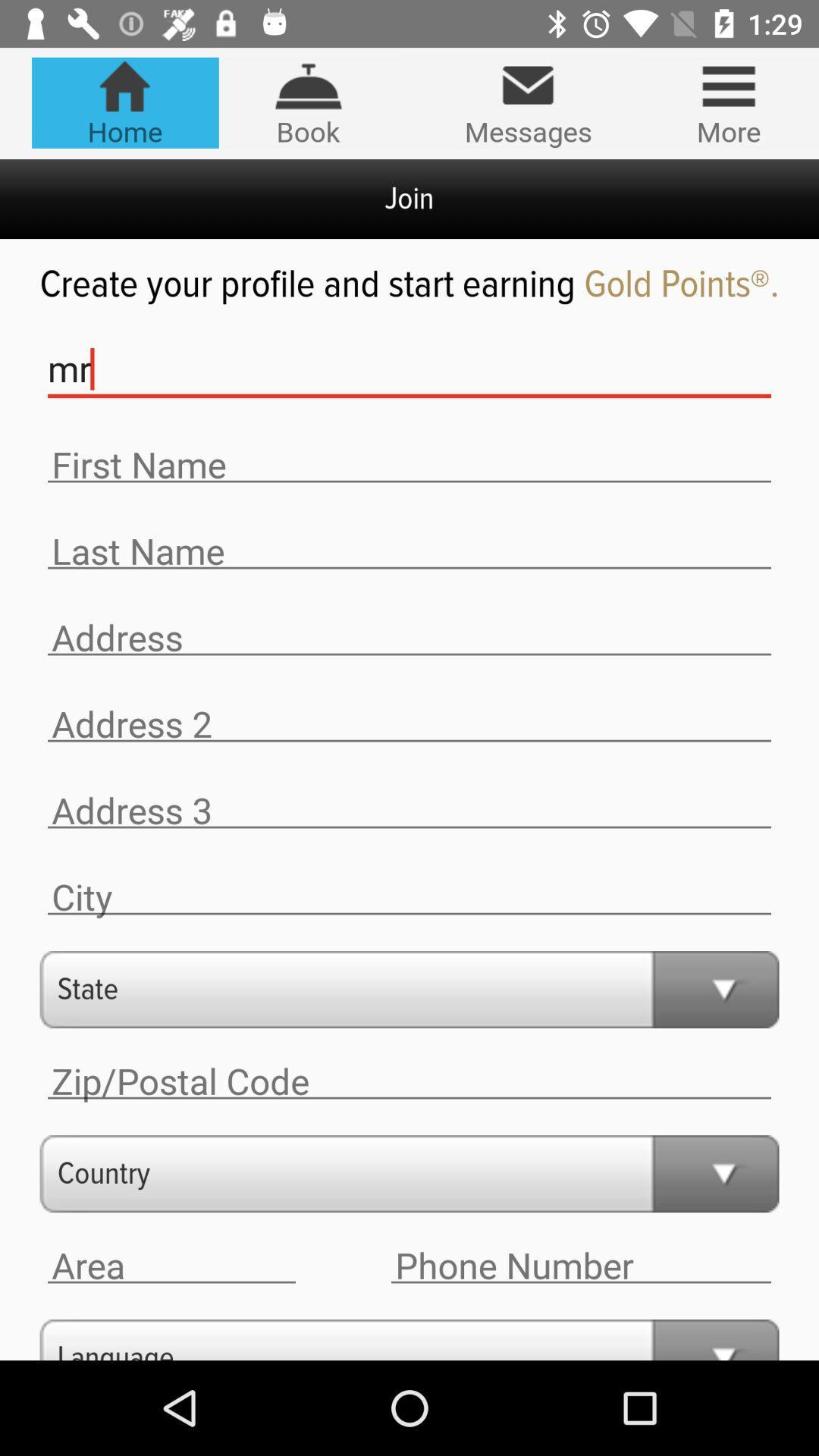 This screenshot has height=1456, width=819. I want to click on address input box, so click(409, 638).